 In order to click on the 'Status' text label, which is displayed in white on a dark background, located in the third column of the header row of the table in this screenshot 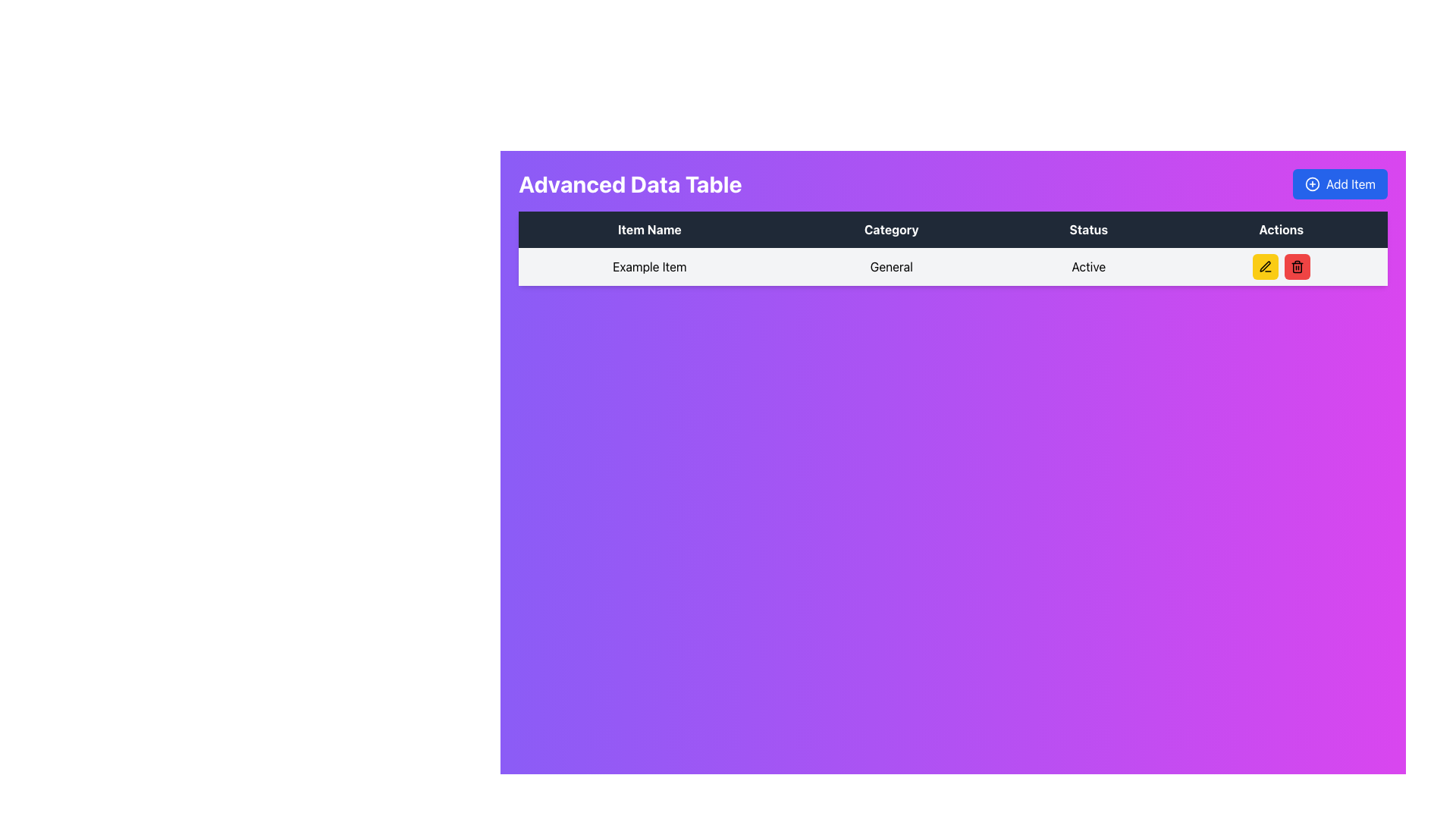, I will do `click(1087, 230)`.